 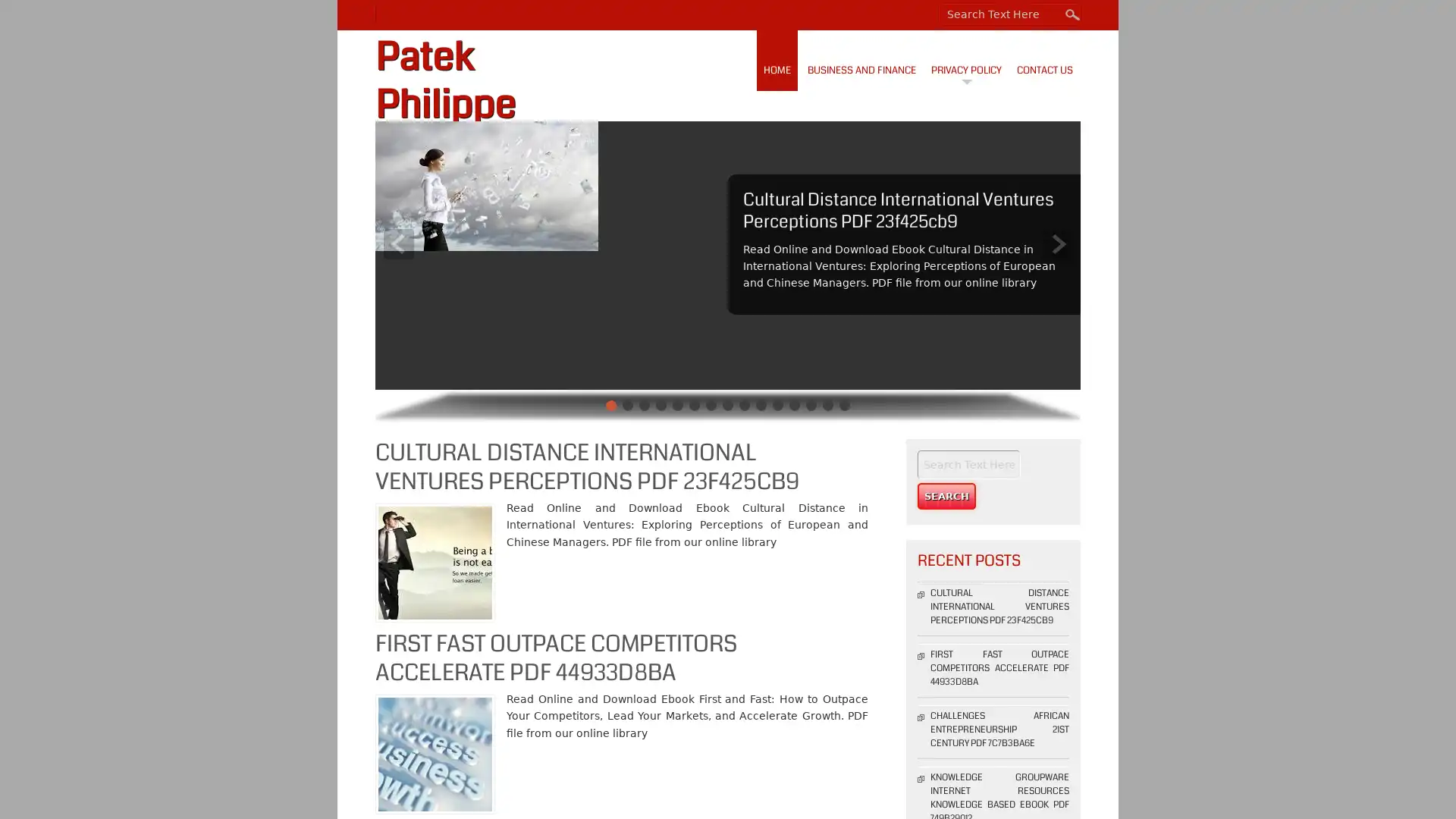 What do you see at coordinates (946, 496) in the screenshot?
I see `Search` at bounding box center [946, 496].